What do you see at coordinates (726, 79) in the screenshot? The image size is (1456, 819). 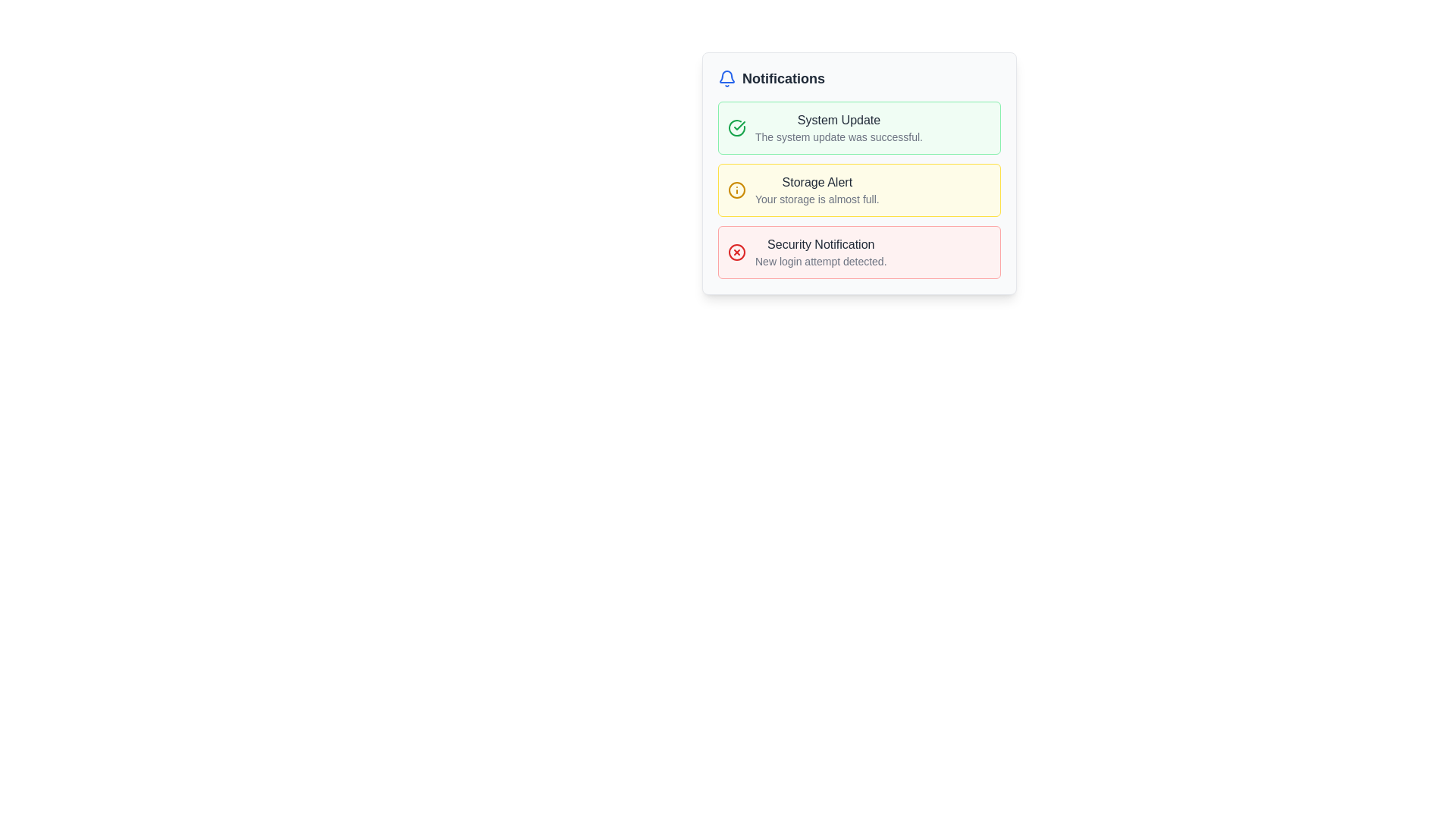 I see `the bell icon that indicates notifications, located near the top-left corner of the notification panel` at bounding box center [726, 79].